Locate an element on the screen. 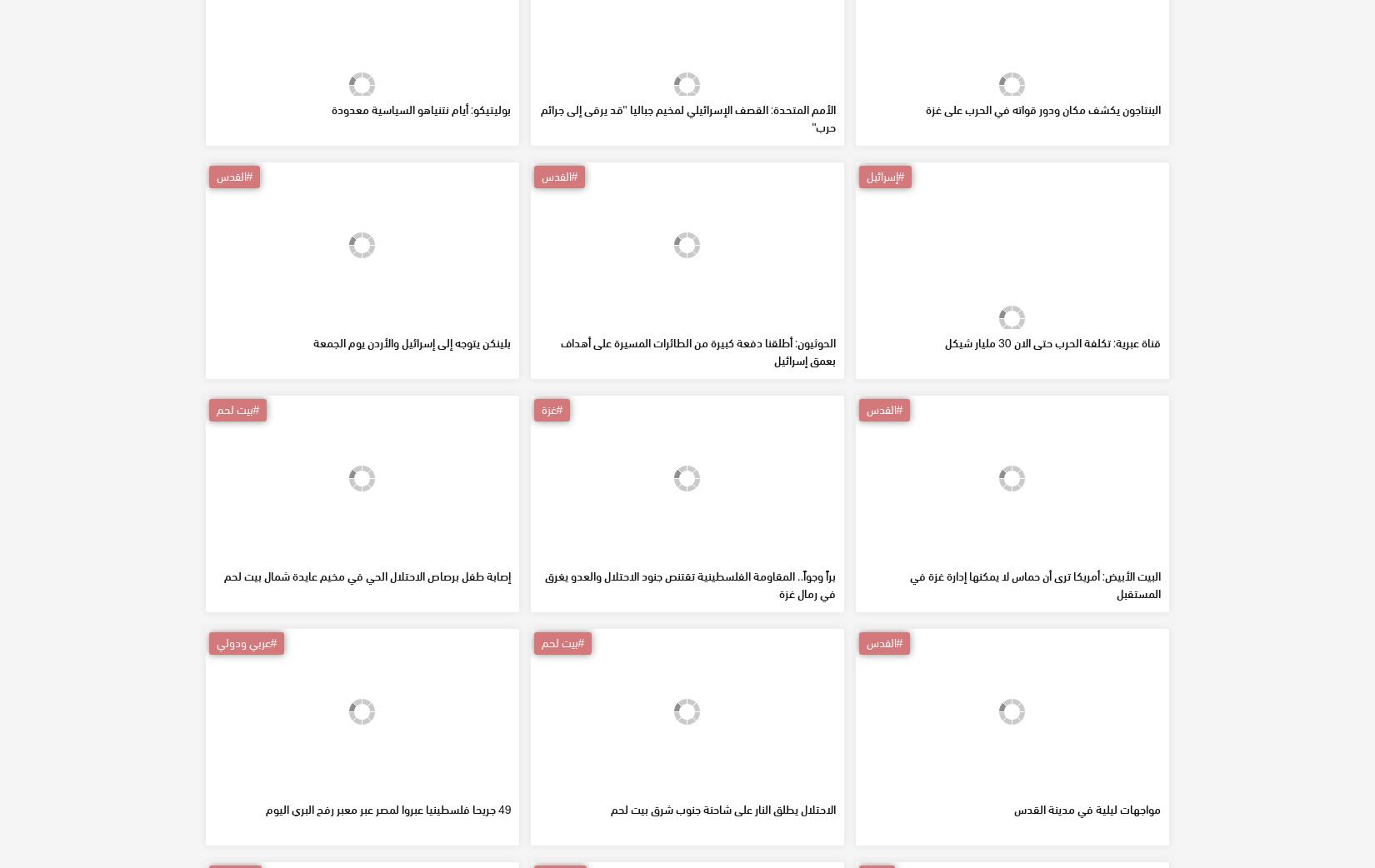 The width and height of the screenshot is (1375, 868). '#إسرائيل' is located at coordinates (884, 295).